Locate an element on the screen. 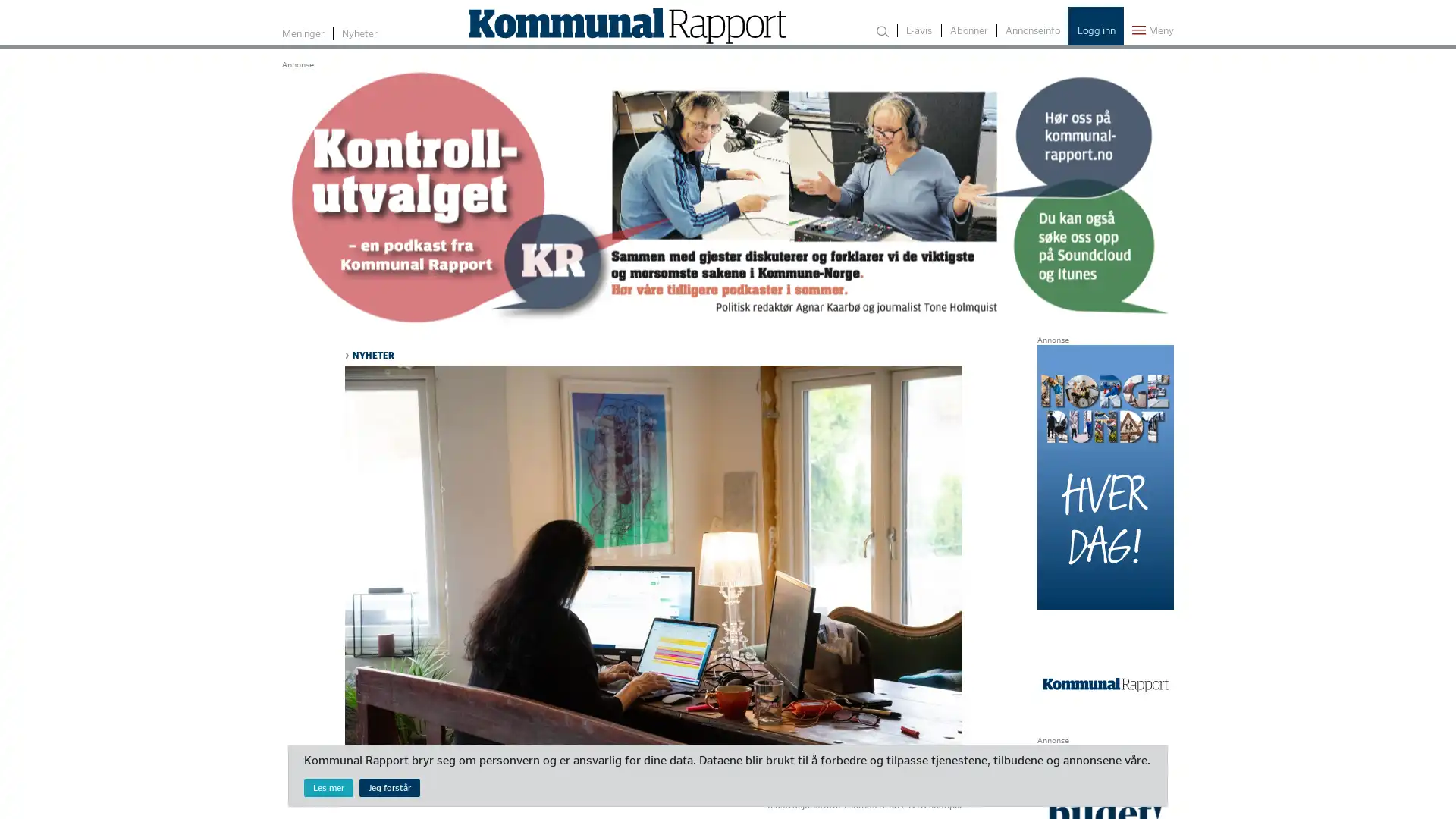  Jeg forstar is located at coordinates (389, 786).